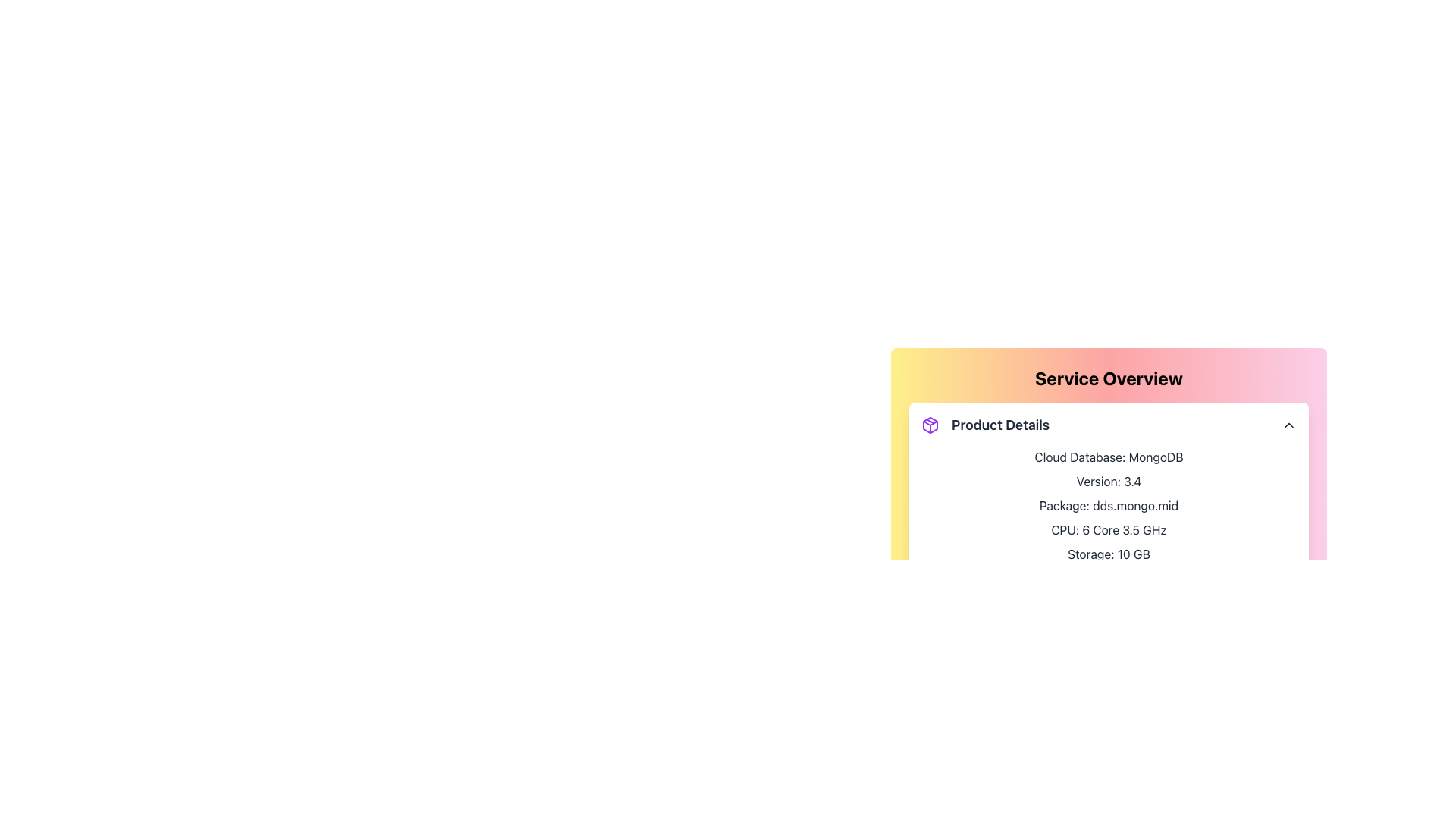 Image resolution: width=1456 pixels, height=819 pixels. What do you see at coordinates (1109, 506) in the screenshot?
I see `text content of the Text Label displaying 'Package: dds.mongo.mid', which is the third entry under 'Product Details'` at bounding box center [1109, 506].